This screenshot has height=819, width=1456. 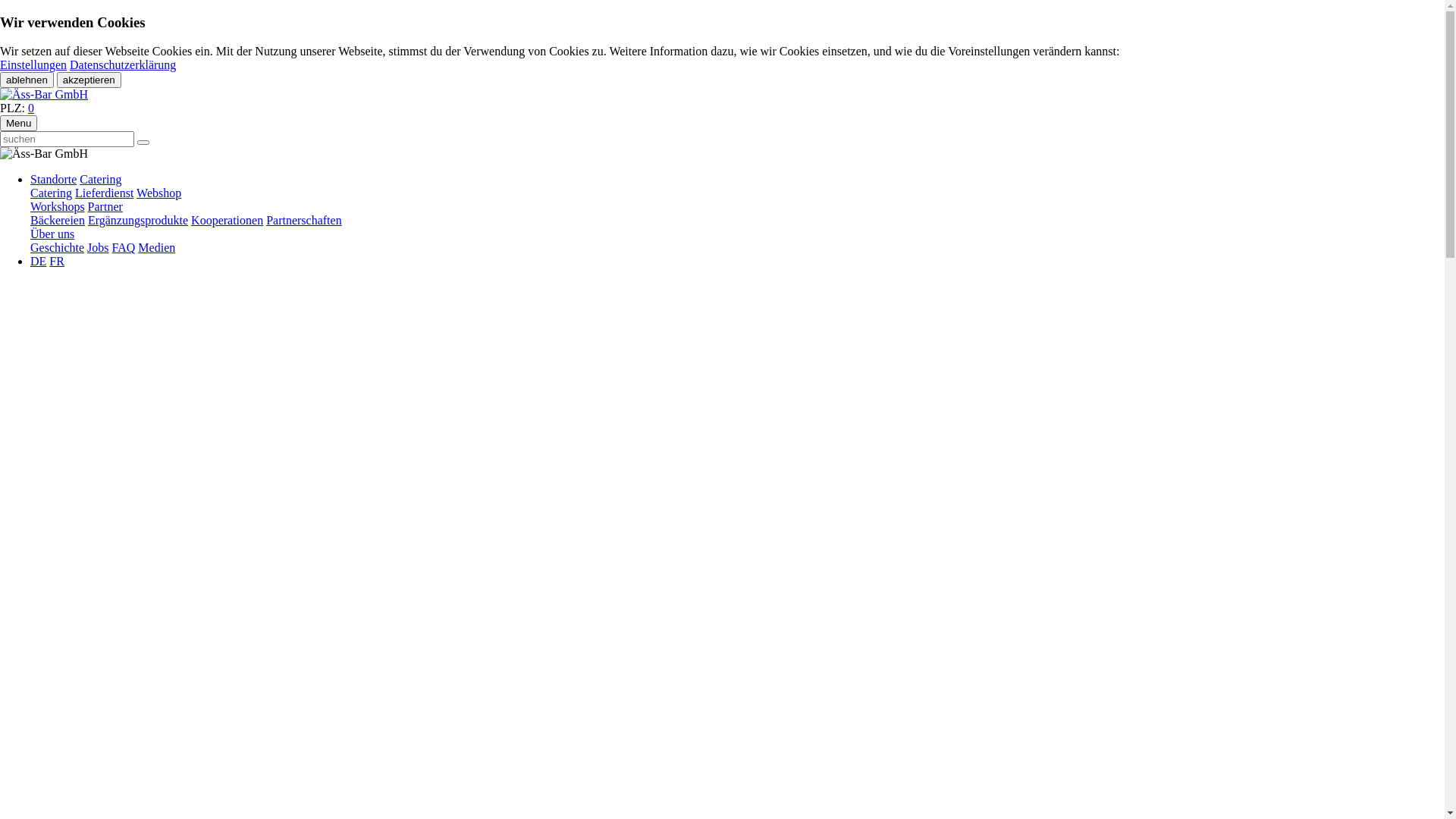 What do you see at coordinates (57, 246) in the screenshot?
I see `'Geschichte'` at bounding box center [57, 246].